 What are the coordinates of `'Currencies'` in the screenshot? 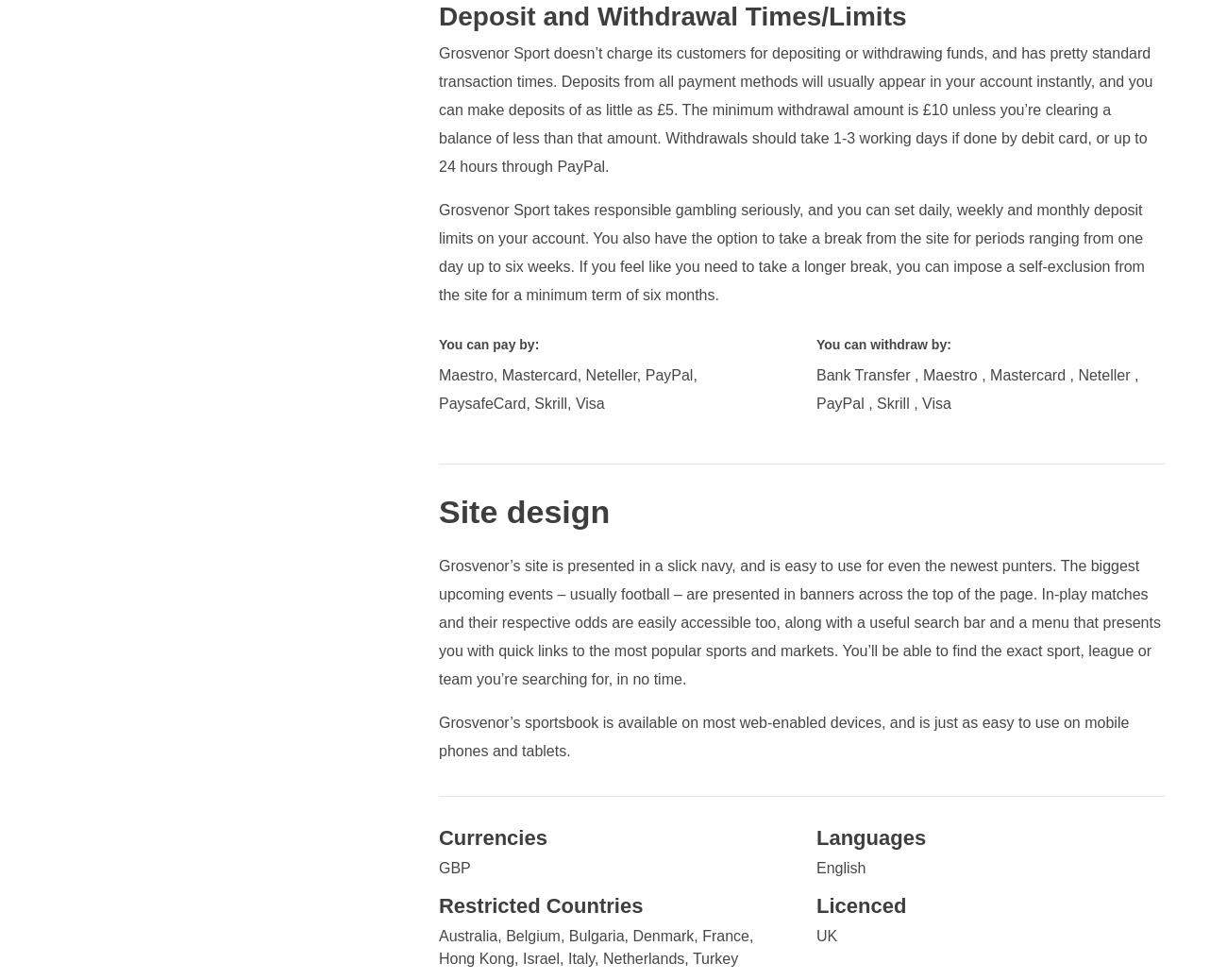 It's located at (492, 836).